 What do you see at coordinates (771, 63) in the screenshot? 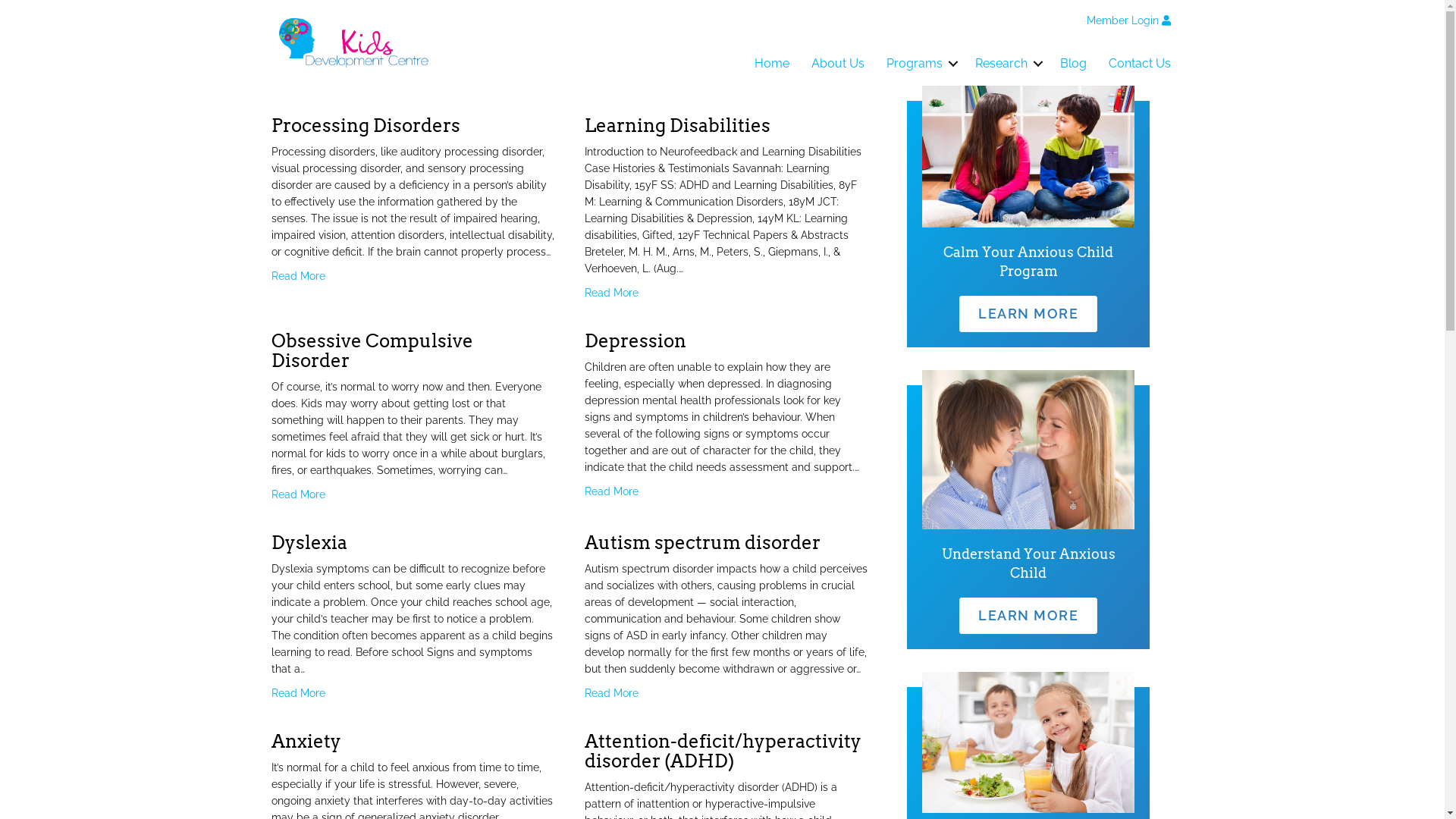
I see `'Home'` at bounding box center [771, 63].